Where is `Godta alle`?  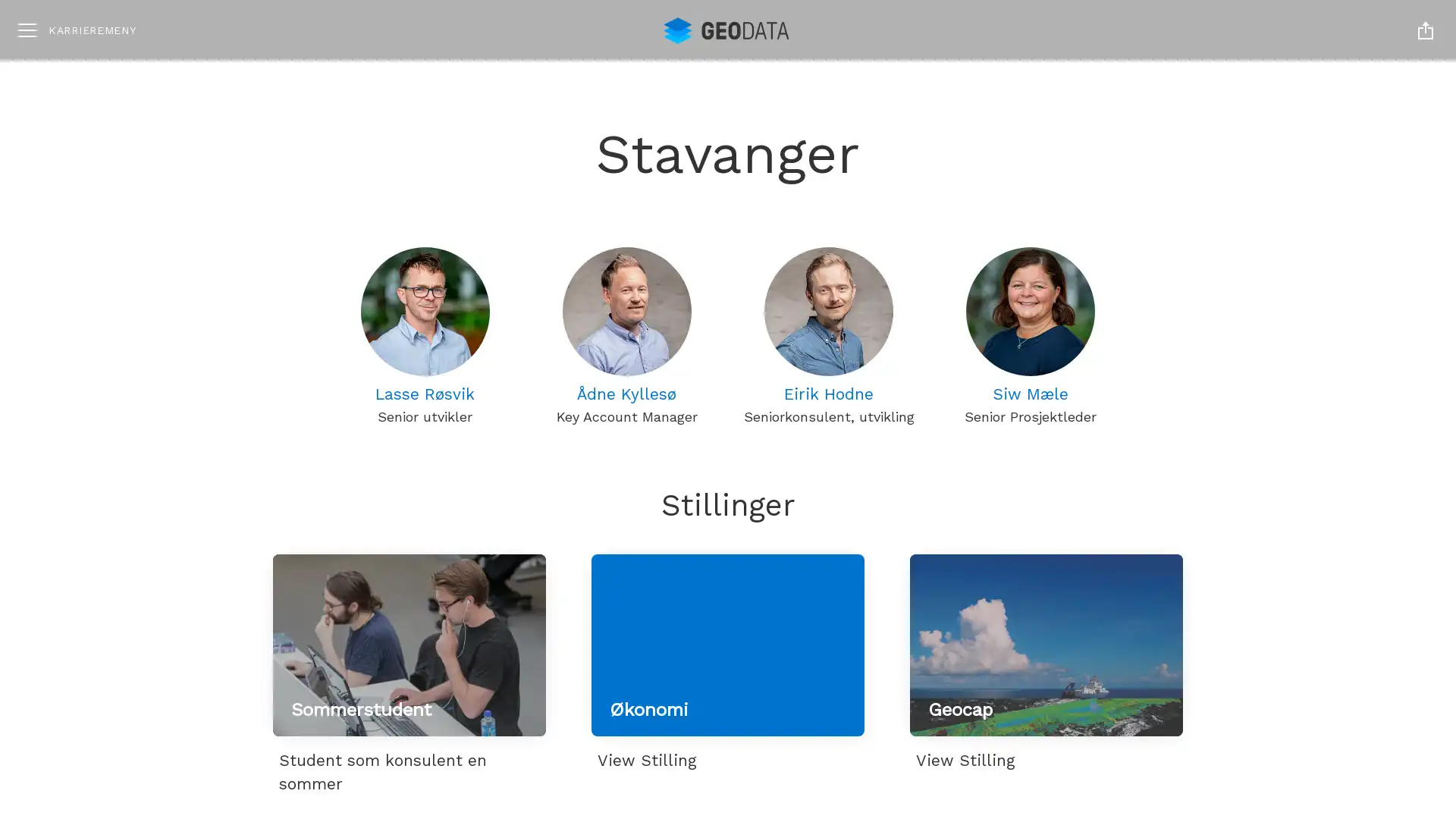
Godta alle is located at coordinates (1282, 645).